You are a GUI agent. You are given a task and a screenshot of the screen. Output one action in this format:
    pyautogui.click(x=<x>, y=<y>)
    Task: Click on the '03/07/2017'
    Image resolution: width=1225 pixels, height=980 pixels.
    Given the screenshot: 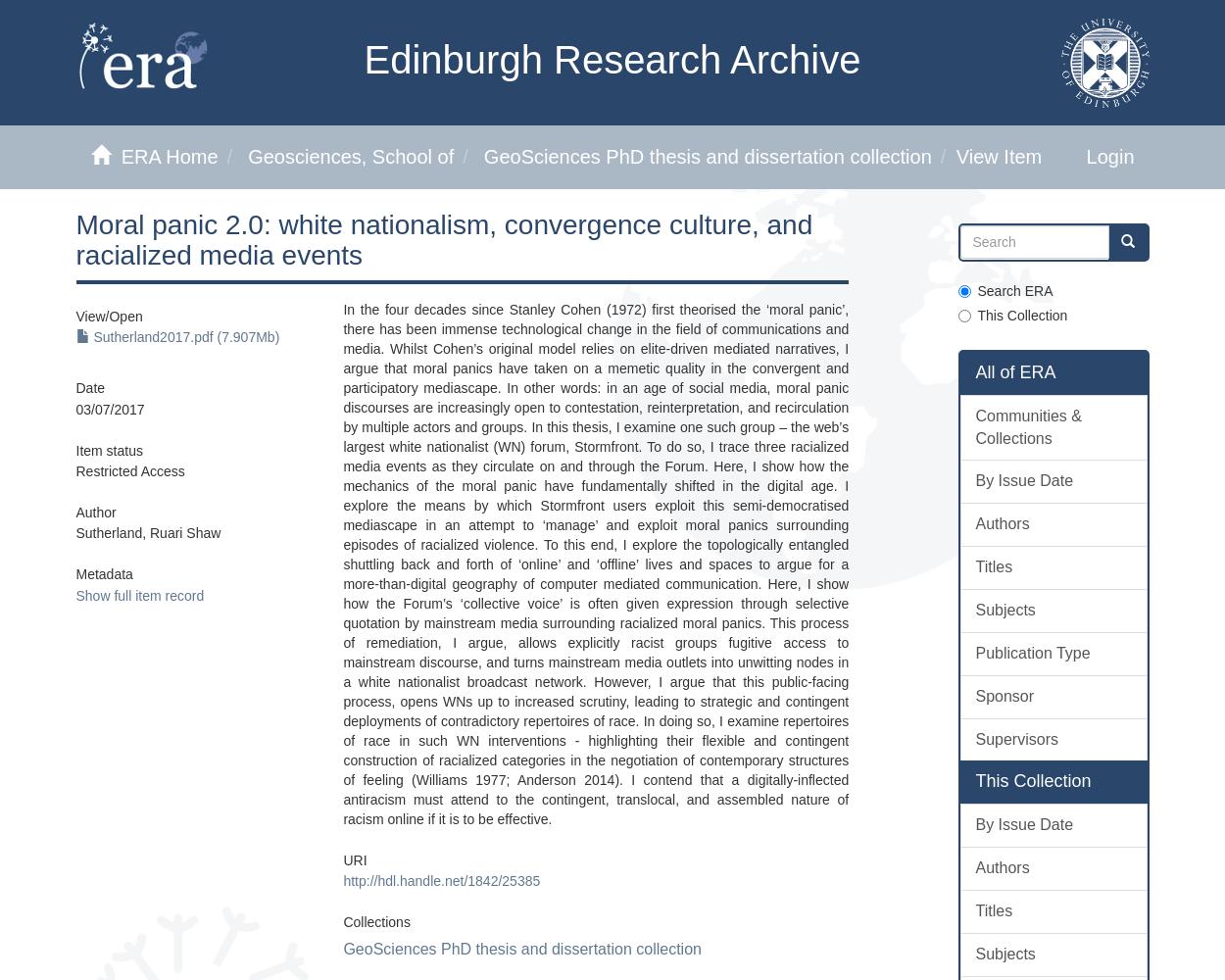 What is the action you would take?
    pyautogui.click(x=109, y=409)
    